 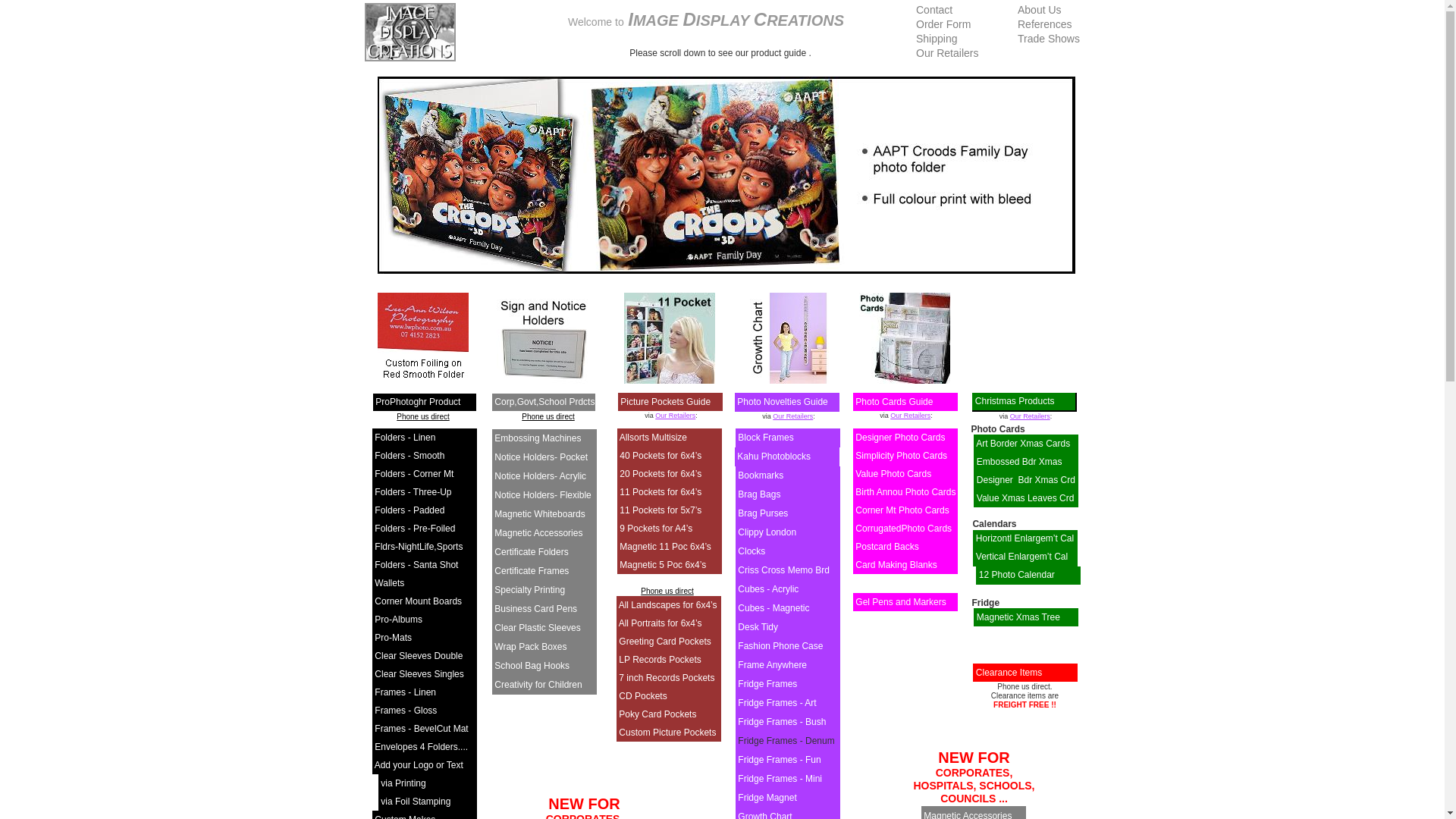 I want to click on 'Add your Logo or Text', so click(x=419, y=765).